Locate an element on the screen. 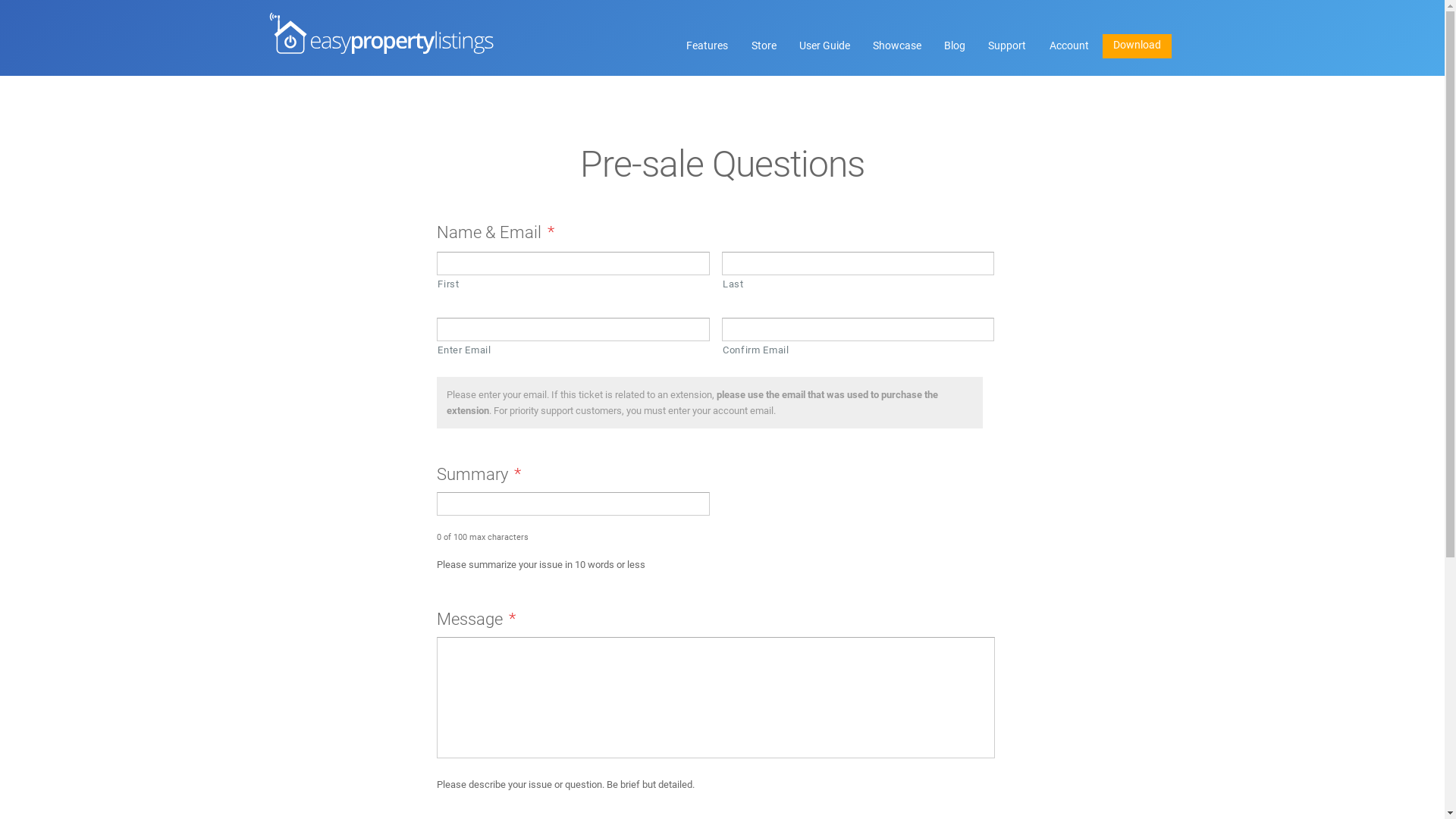 This screenshot has width=1456, height=819. 'Features' is located at coordinates (706, 45).